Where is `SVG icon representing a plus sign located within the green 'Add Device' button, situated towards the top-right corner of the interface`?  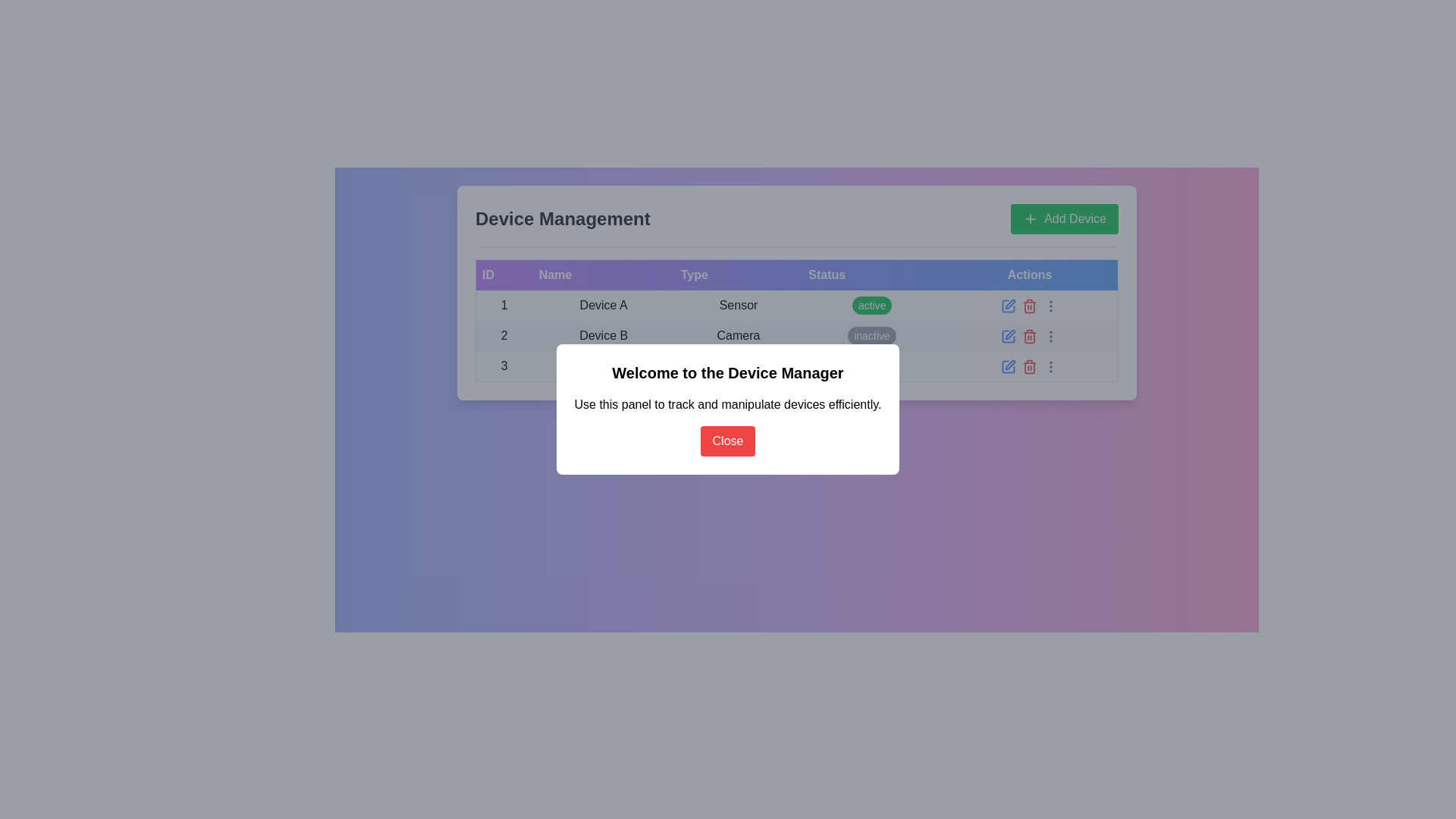 SVG icon representing a plus sign located within the green 'Add Device' button, situated towards the top-right corner of the interface is located at coordinates (1031, 219).